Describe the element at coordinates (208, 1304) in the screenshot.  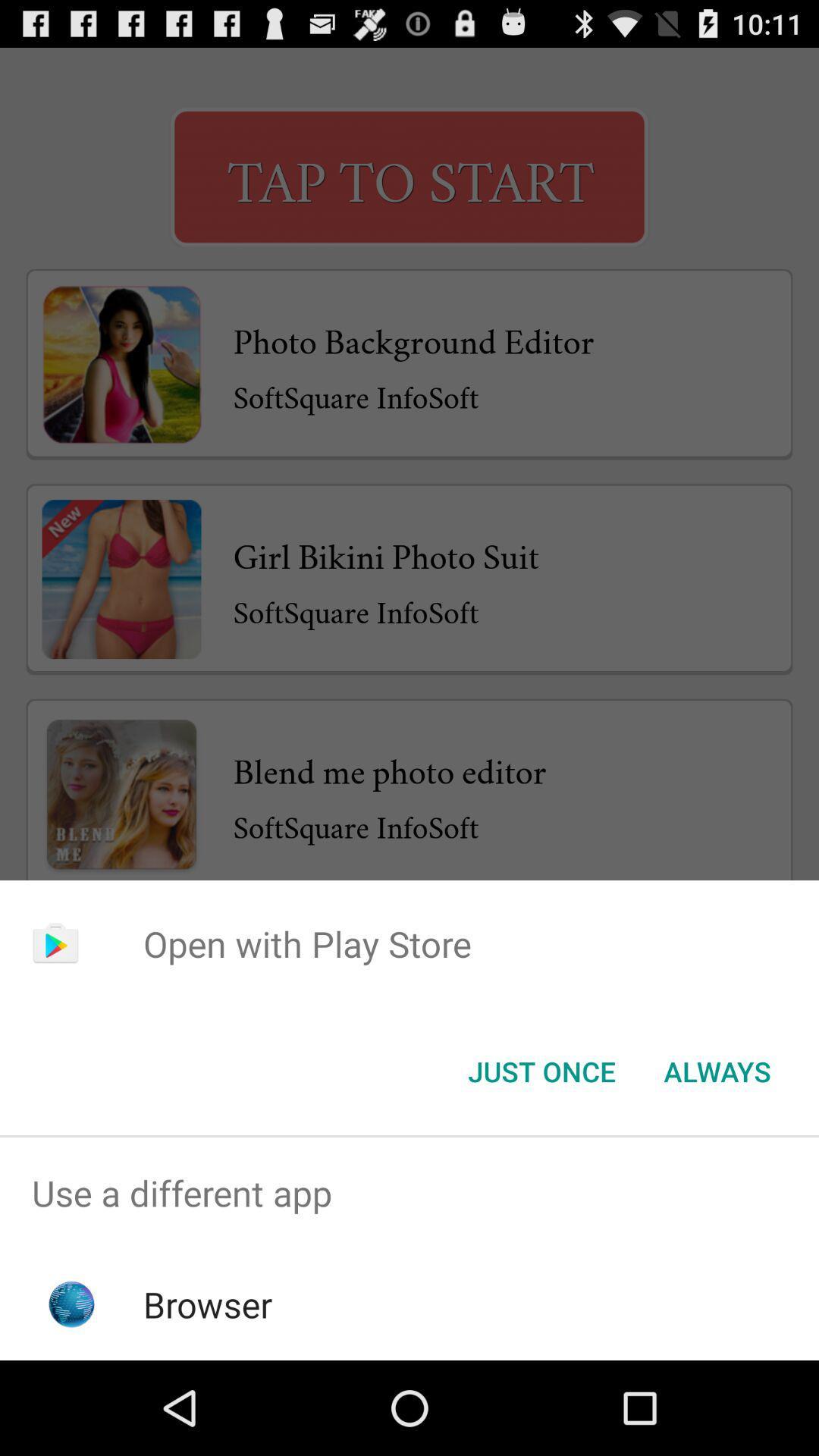
I see `the browser item` at that location.